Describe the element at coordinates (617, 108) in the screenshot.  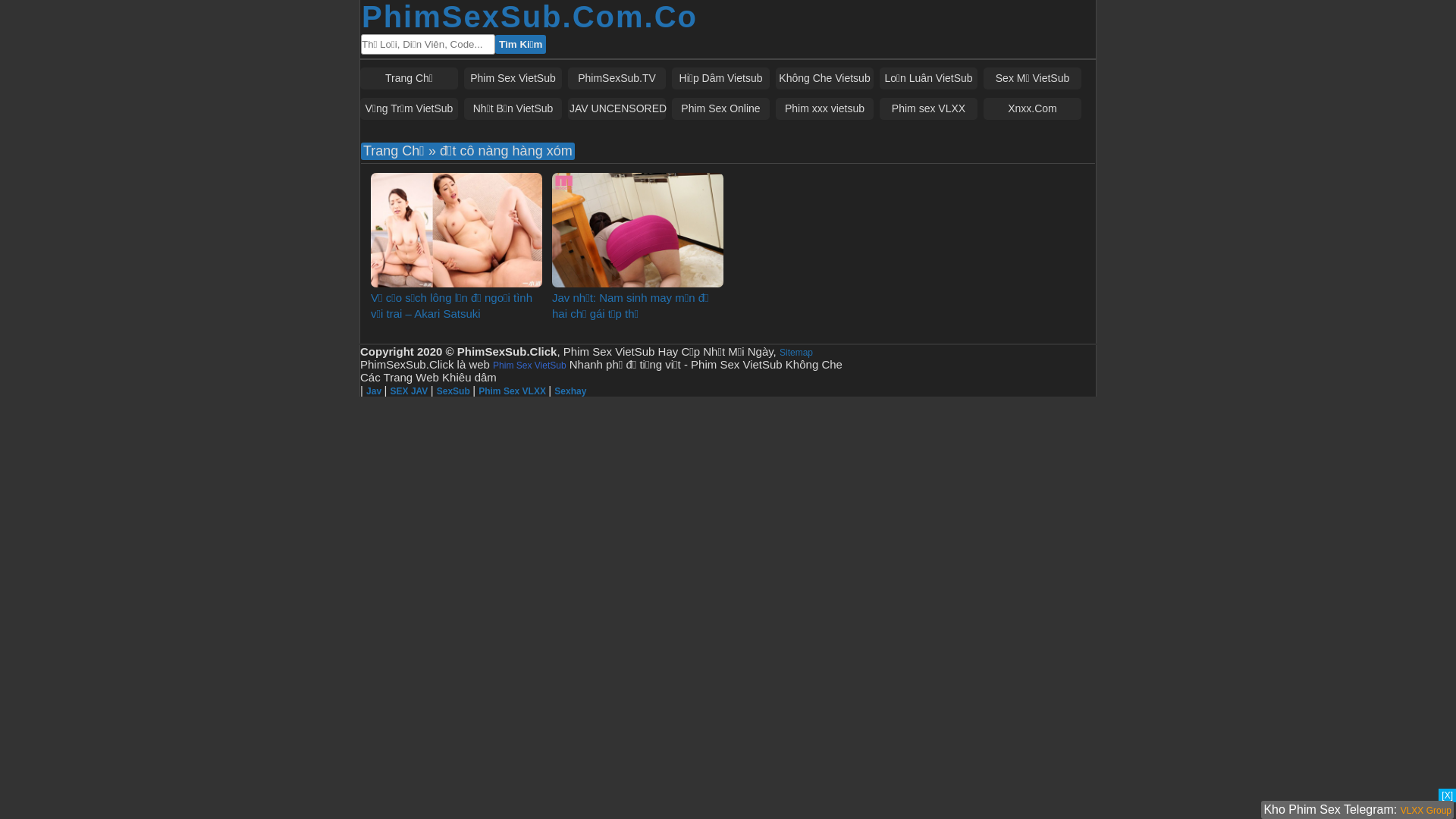
I see `'JAV UNCENSORED'` at that location.